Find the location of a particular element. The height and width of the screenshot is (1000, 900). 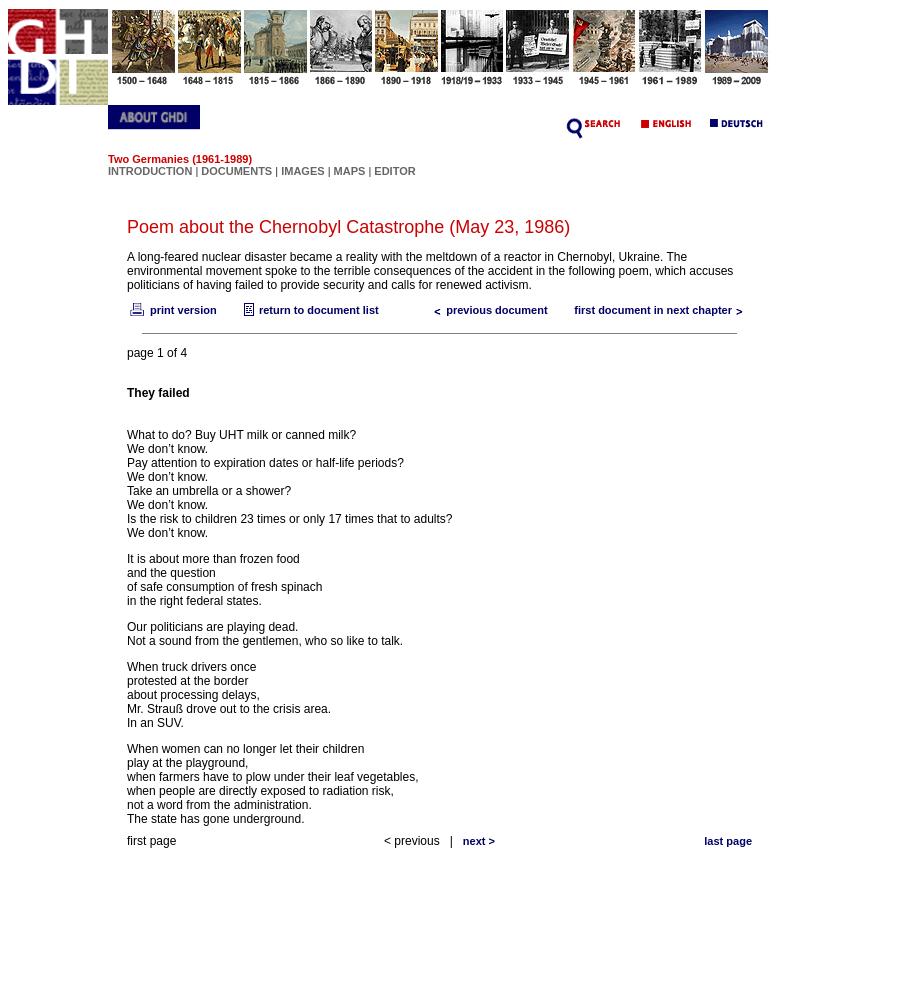

'Mr. Strauß drove out to the crisis area.' is located at coordinates (126, 708).